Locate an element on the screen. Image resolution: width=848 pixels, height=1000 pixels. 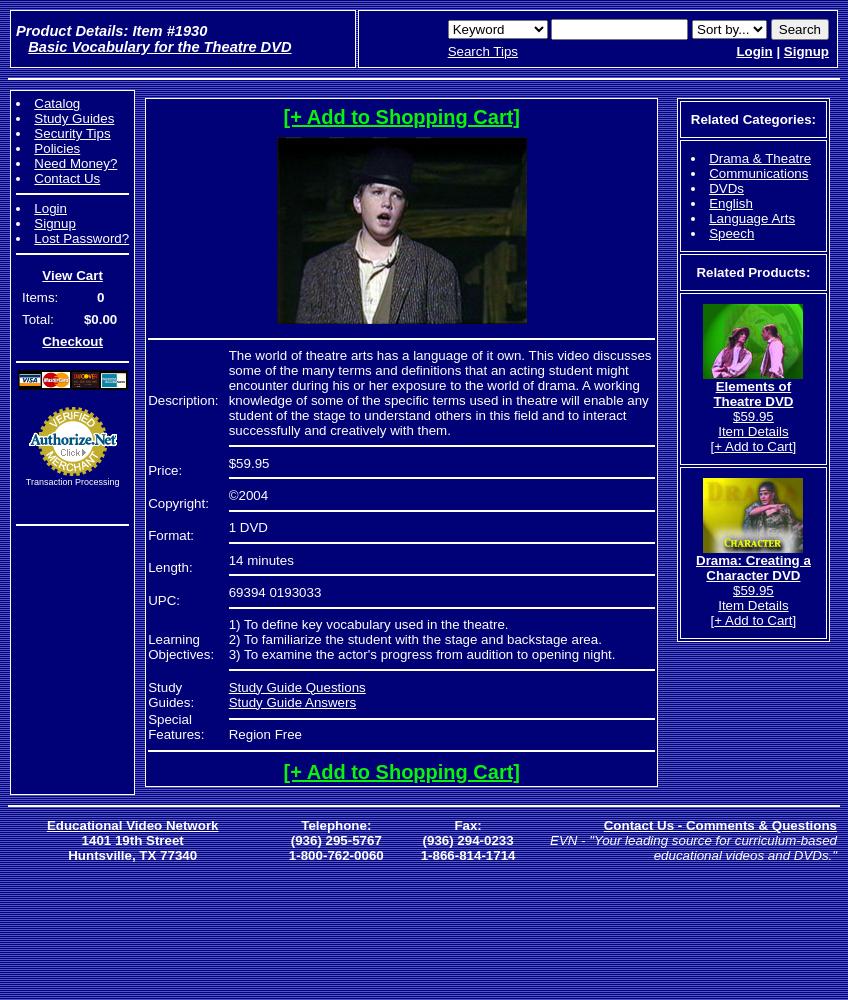
'|' is located at coordinates (776, 51).